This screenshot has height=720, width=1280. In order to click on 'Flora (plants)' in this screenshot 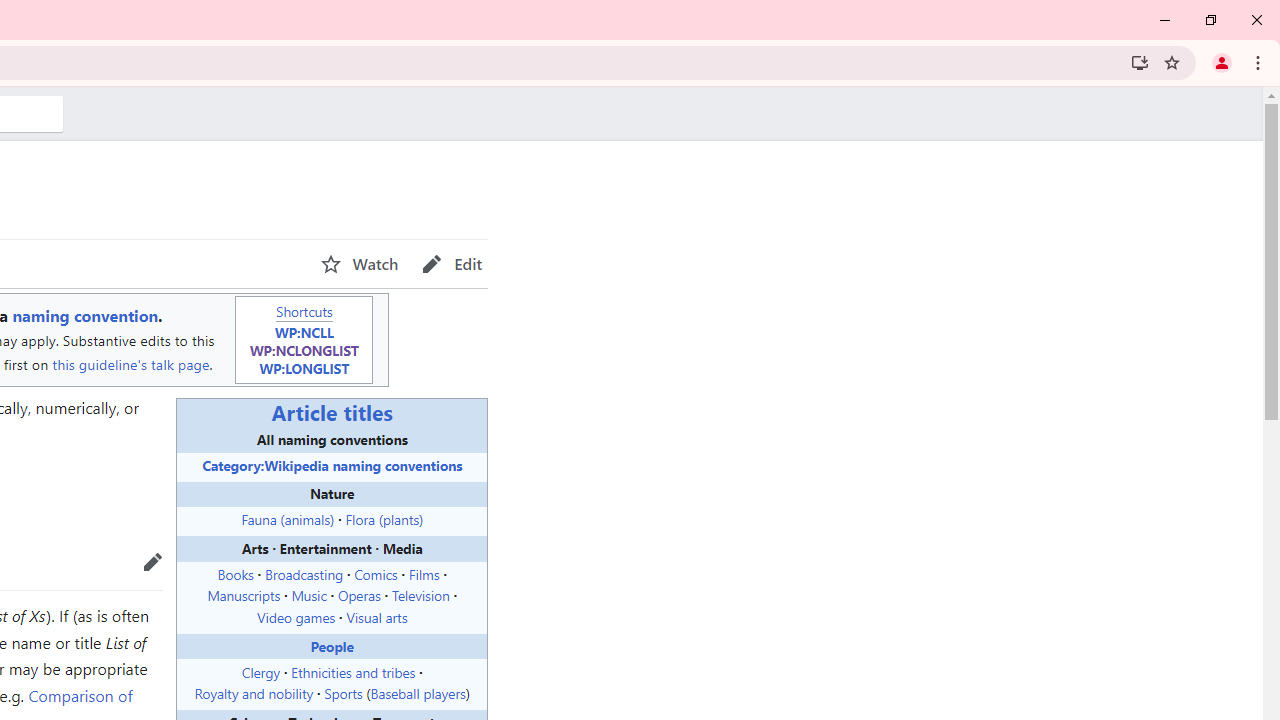, I will do `click(384, 518)`.